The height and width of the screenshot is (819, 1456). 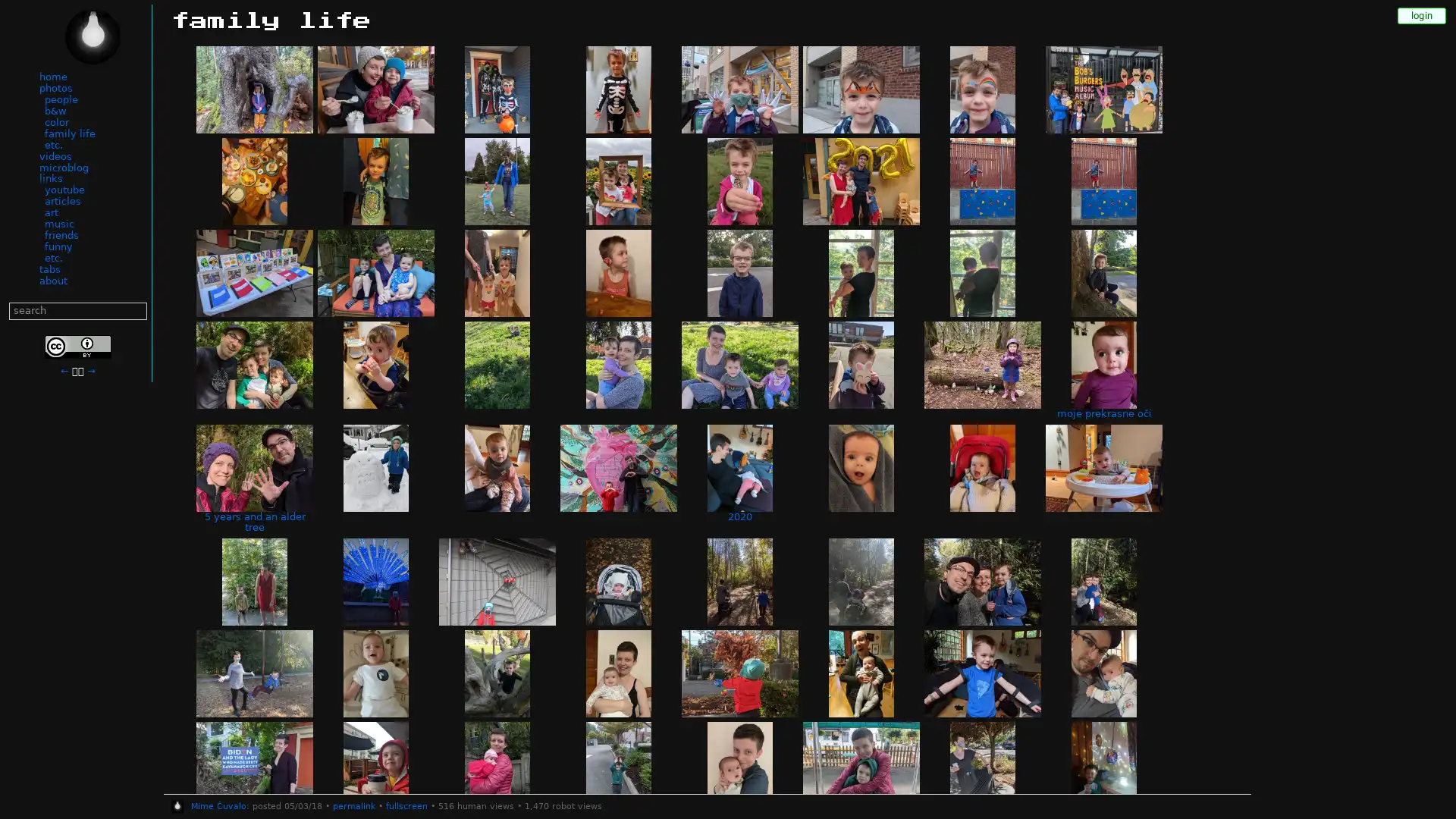 What do you see at coordinates (406, 806) in the screenshot?
I see `fullscreen` at bounding box center [406, 806].